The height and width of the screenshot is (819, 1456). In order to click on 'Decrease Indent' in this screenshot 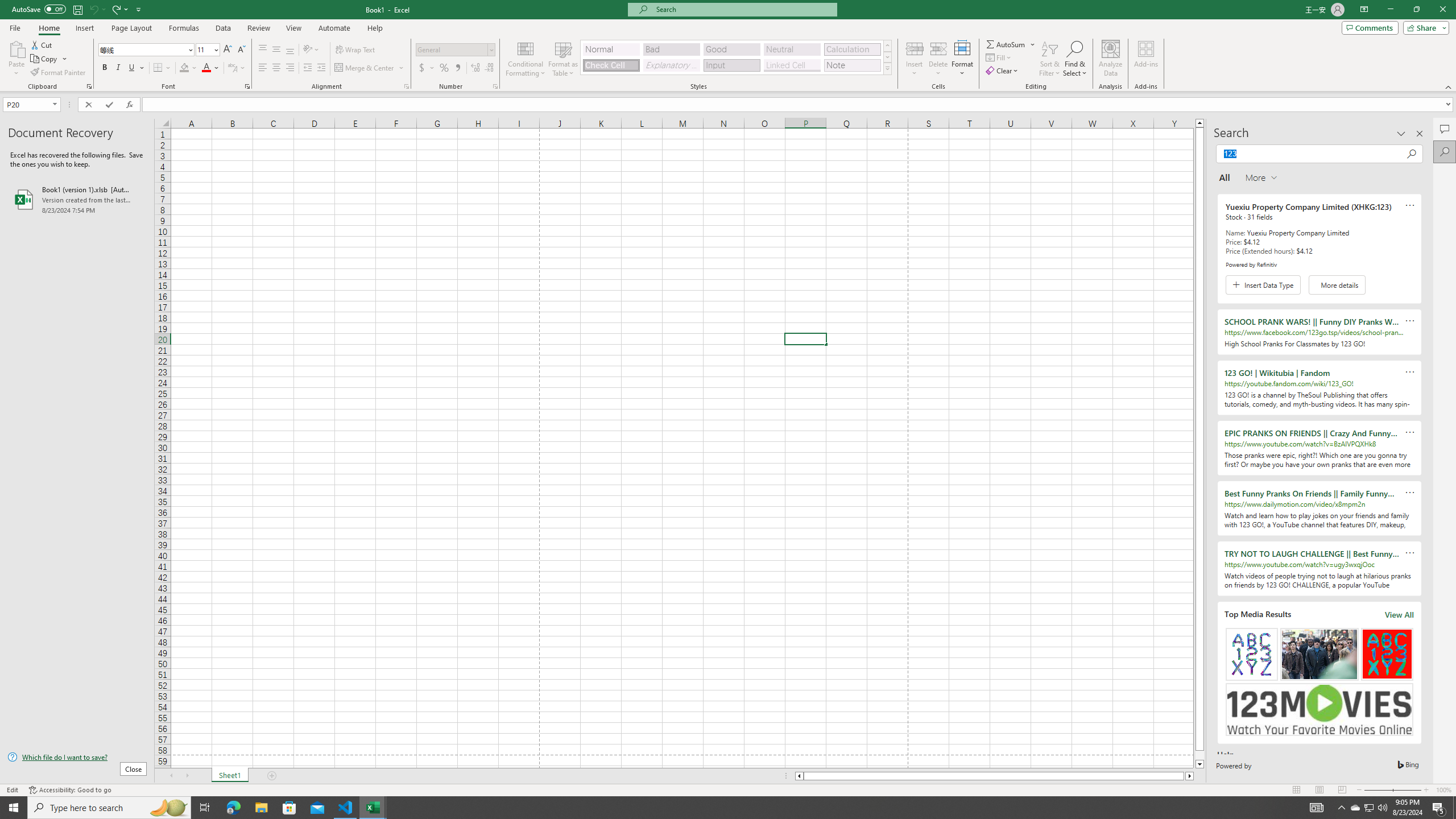, I will do `click(308, 67)`.